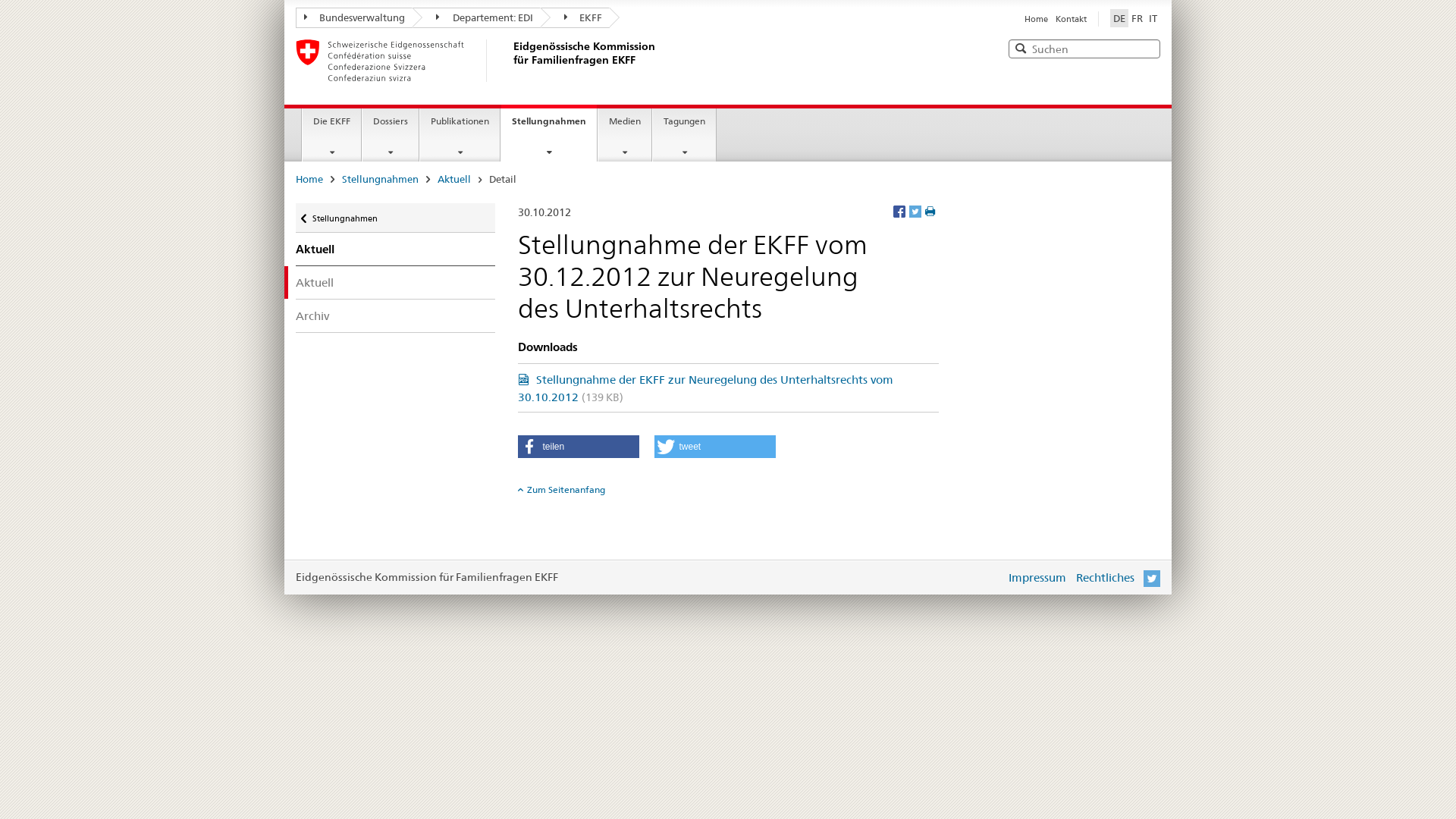  Describe the element at coordinates (1035, 18) in the screenshot. I see `'Home'` at that location.